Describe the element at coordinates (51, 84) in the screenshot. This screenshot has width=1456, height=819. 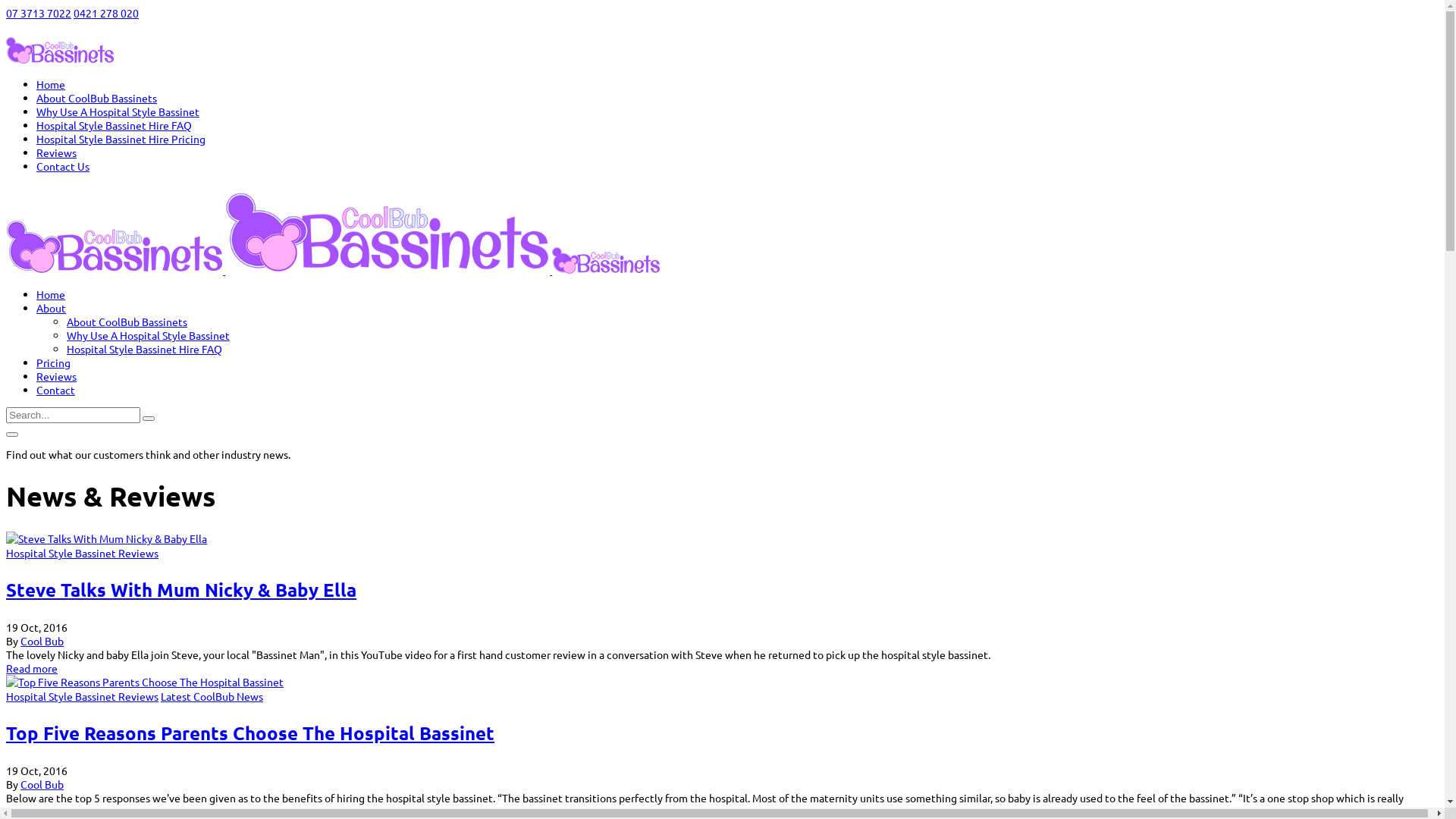
I see `'Home'` at that location.